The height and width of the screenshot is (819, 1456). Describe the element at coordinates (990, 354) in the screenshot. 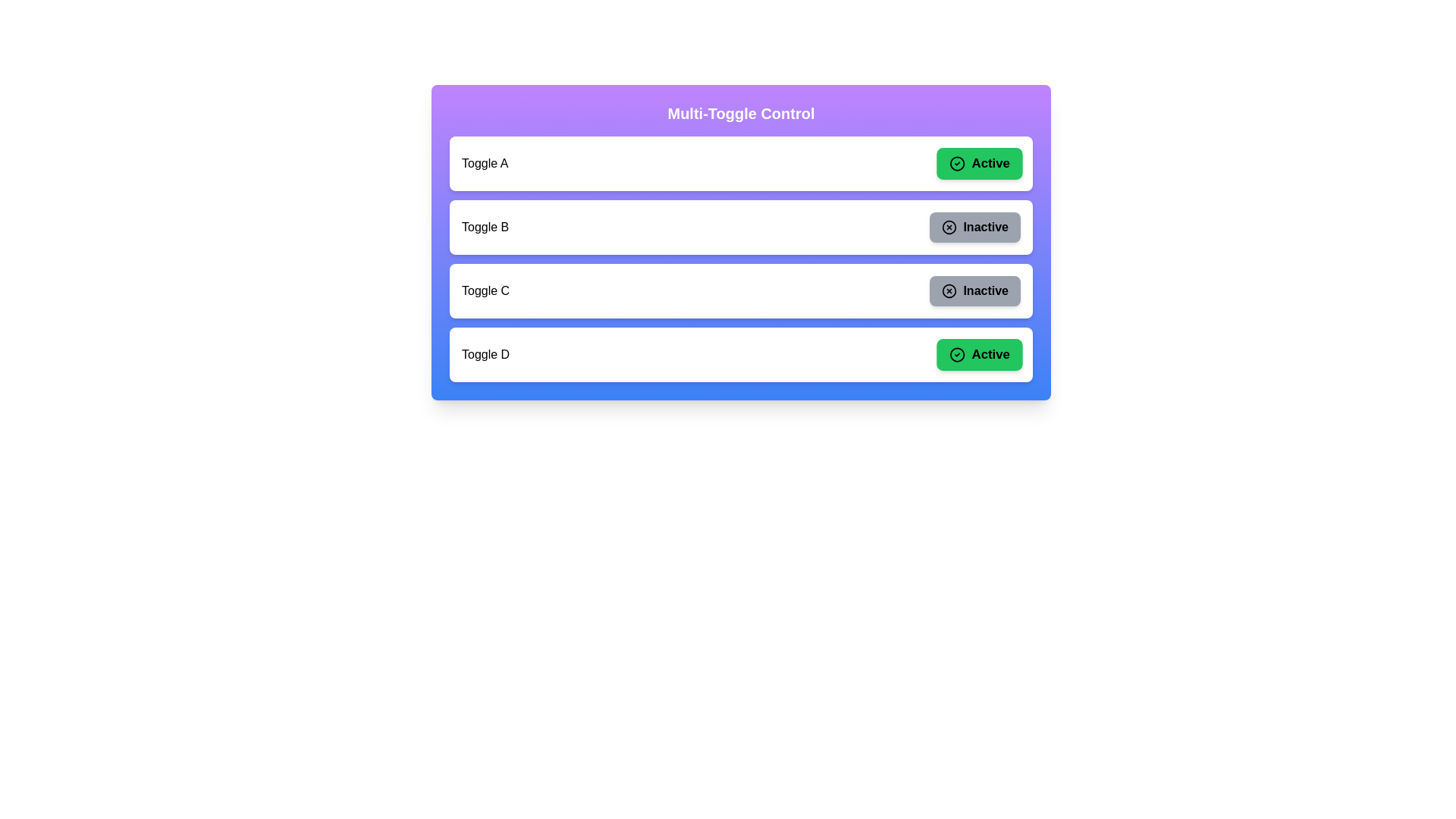

I see `the bold text label 'Active' located on the bright green button, which is the fourth button from the top in the vertical toggle control interface` at that location.